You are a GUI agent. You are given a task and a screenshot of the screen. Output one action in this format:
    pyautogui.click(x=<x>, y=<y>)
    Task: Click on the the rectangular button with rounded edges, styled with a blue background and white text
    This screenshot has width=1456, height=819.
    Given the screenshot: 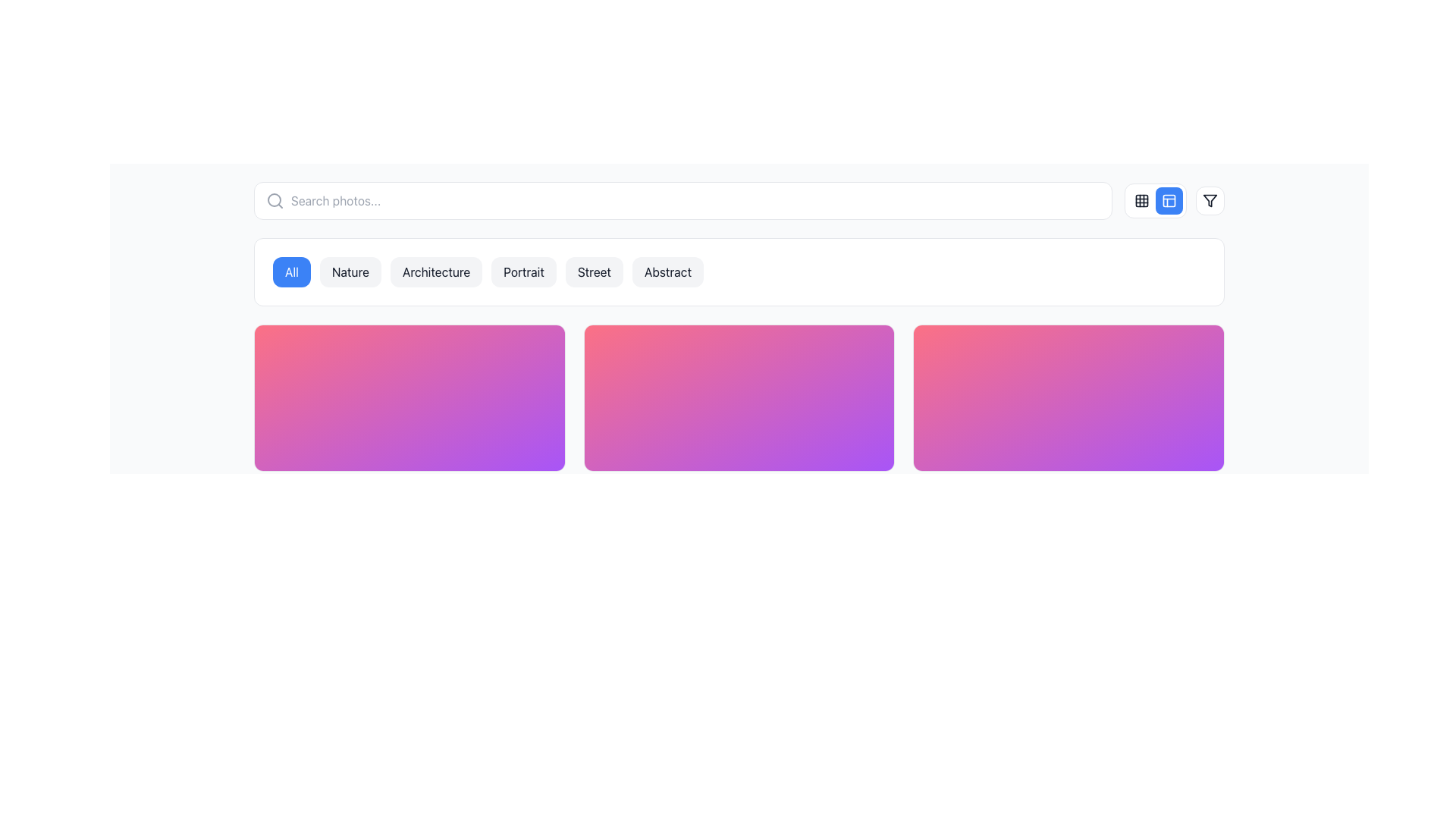 What is the action you would take?
    pyautogui.click(x=1154, y=200)
    